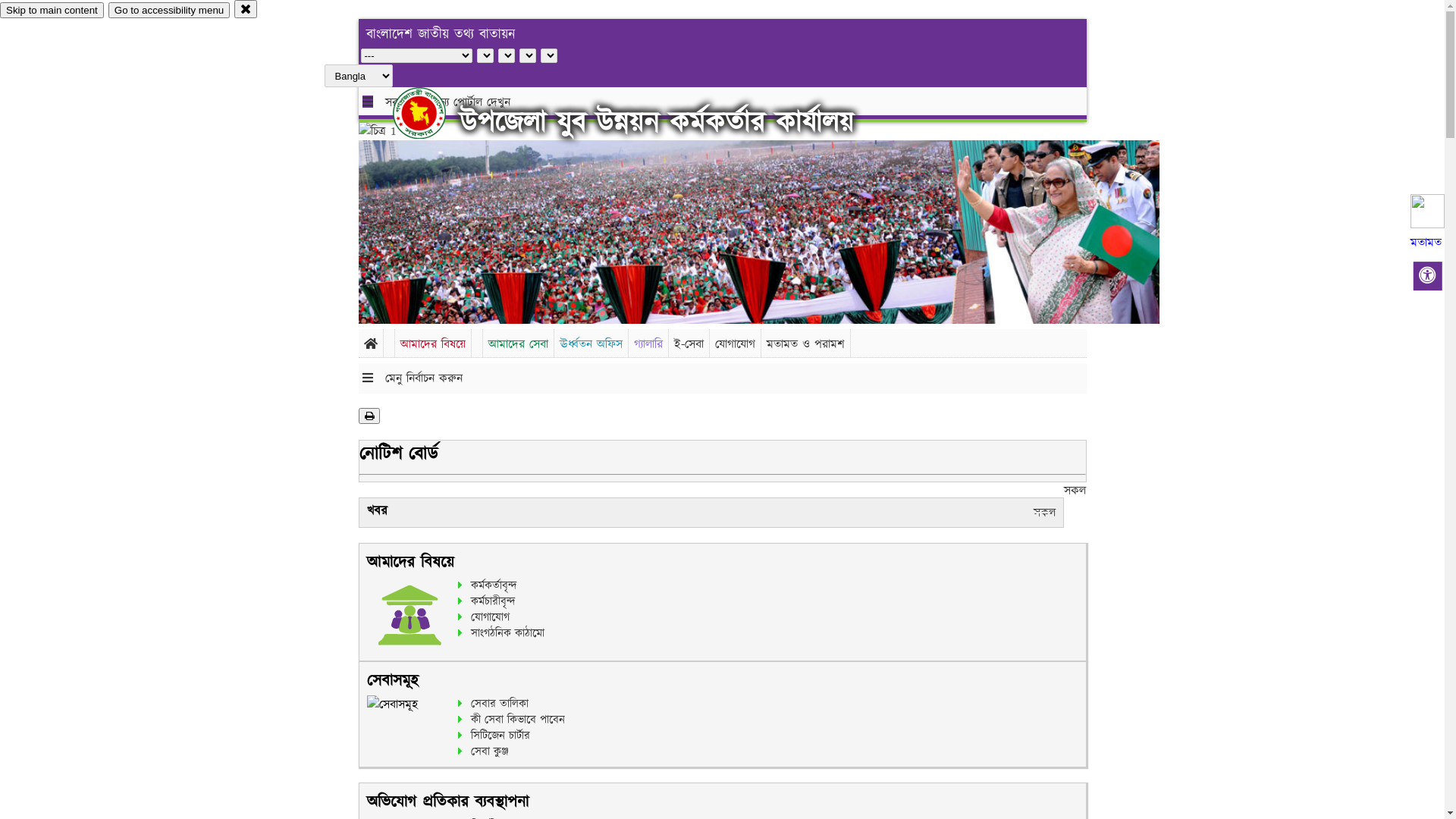 This screenshot has width=1456, height=819. I want to click on 'Skip to main content', so click(0, 10).